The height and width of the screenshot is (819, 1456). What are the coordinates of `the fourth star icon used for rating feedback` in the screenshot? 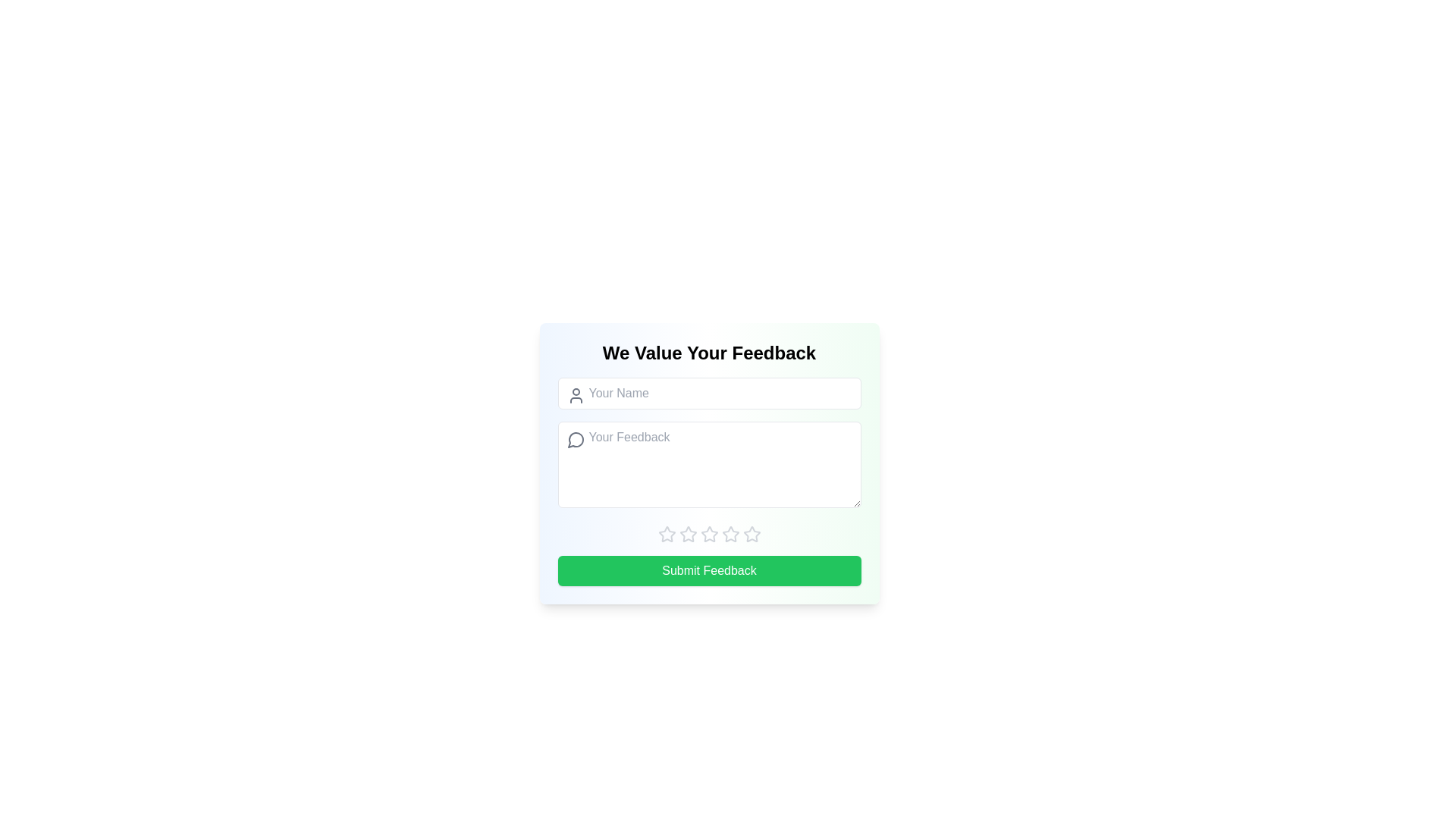 It's located at (752, 533).